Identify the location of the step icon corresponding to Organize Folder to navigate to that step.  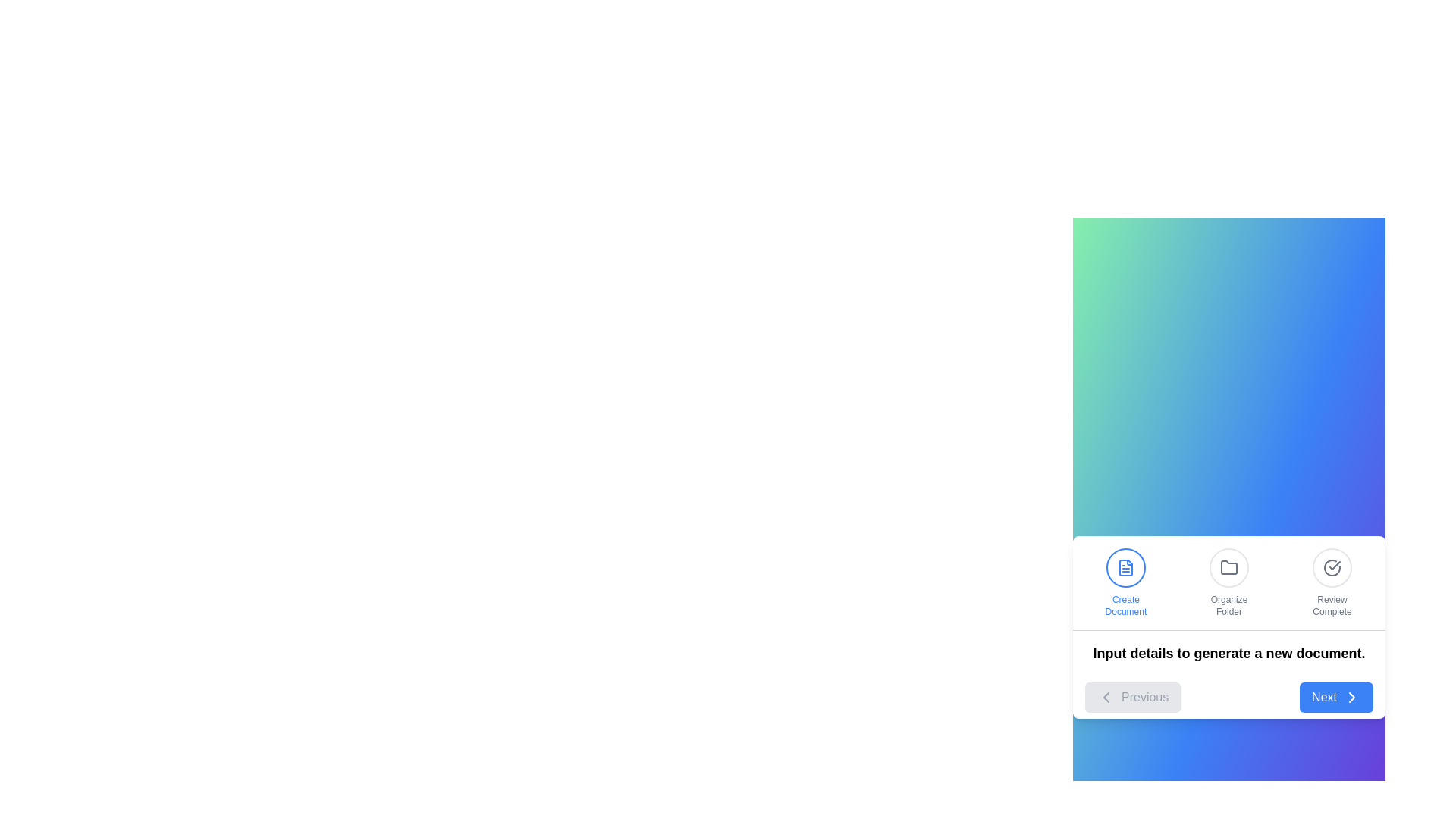
(1229, 582).